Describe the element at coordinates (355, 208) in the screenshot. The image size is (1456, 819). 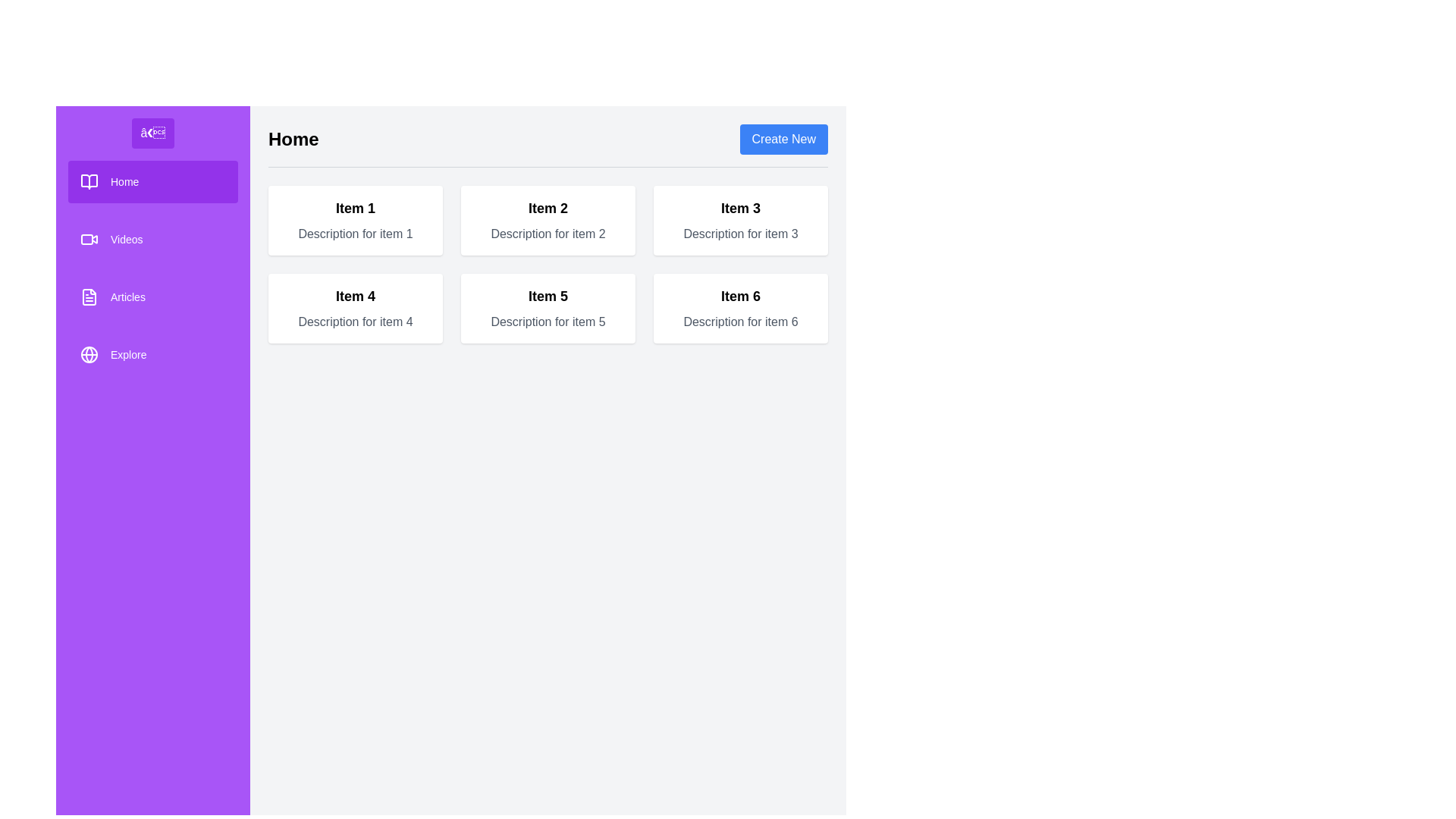
I see `the text label displaying 'Item 1' which is bold and larger in font size, located at the top-left corner of the grid` at that location.